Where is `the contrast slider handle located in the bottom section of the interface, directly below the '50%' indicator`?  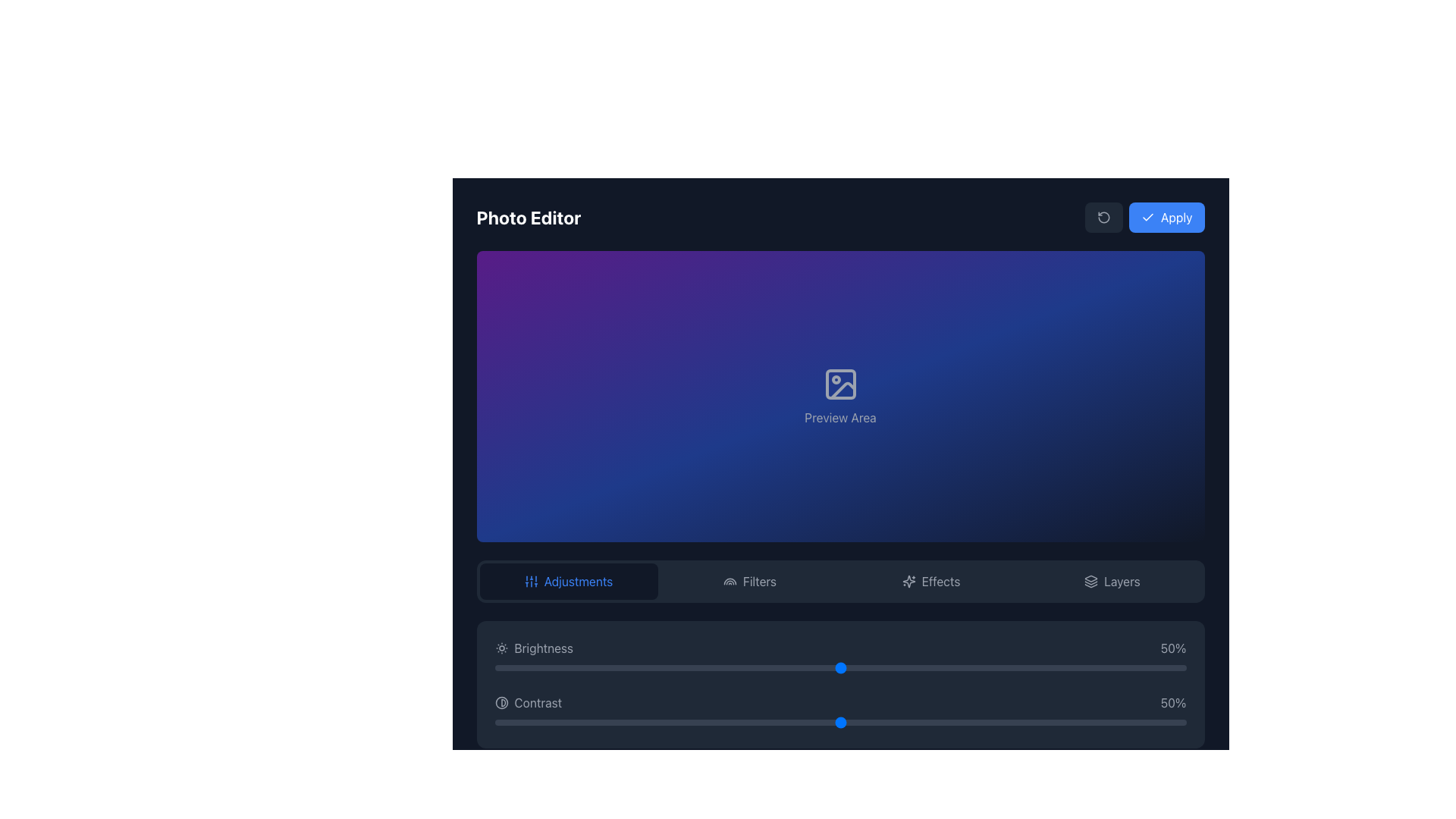 the contrast slider handle located in the bottom section of the interface, directly below the '50%' indicator is located at coordinates (839, 721).